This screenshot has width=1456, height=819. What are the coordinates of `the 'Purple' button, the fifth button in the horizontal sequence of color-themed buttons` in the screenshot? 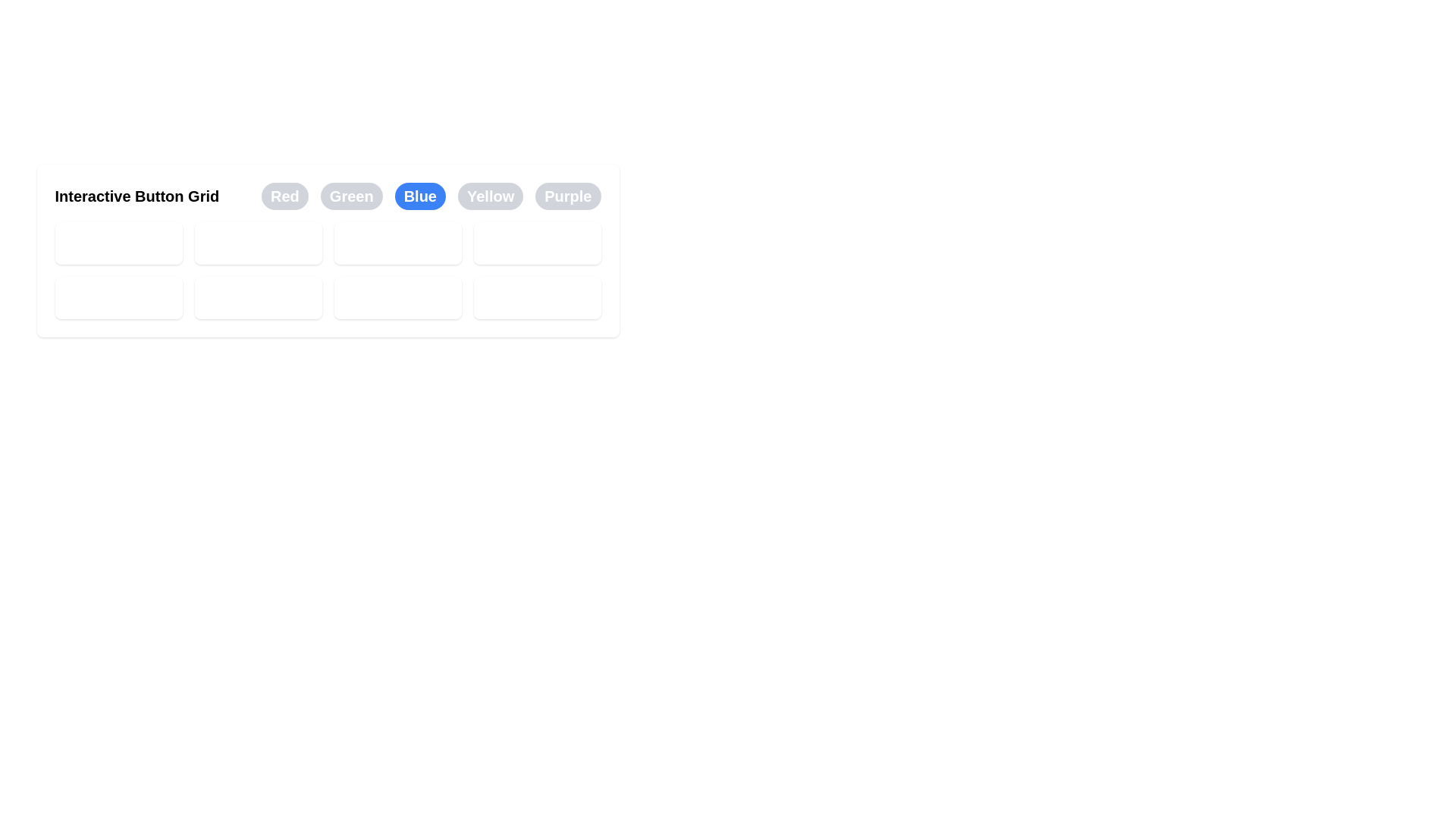 It's located at (567, 195).